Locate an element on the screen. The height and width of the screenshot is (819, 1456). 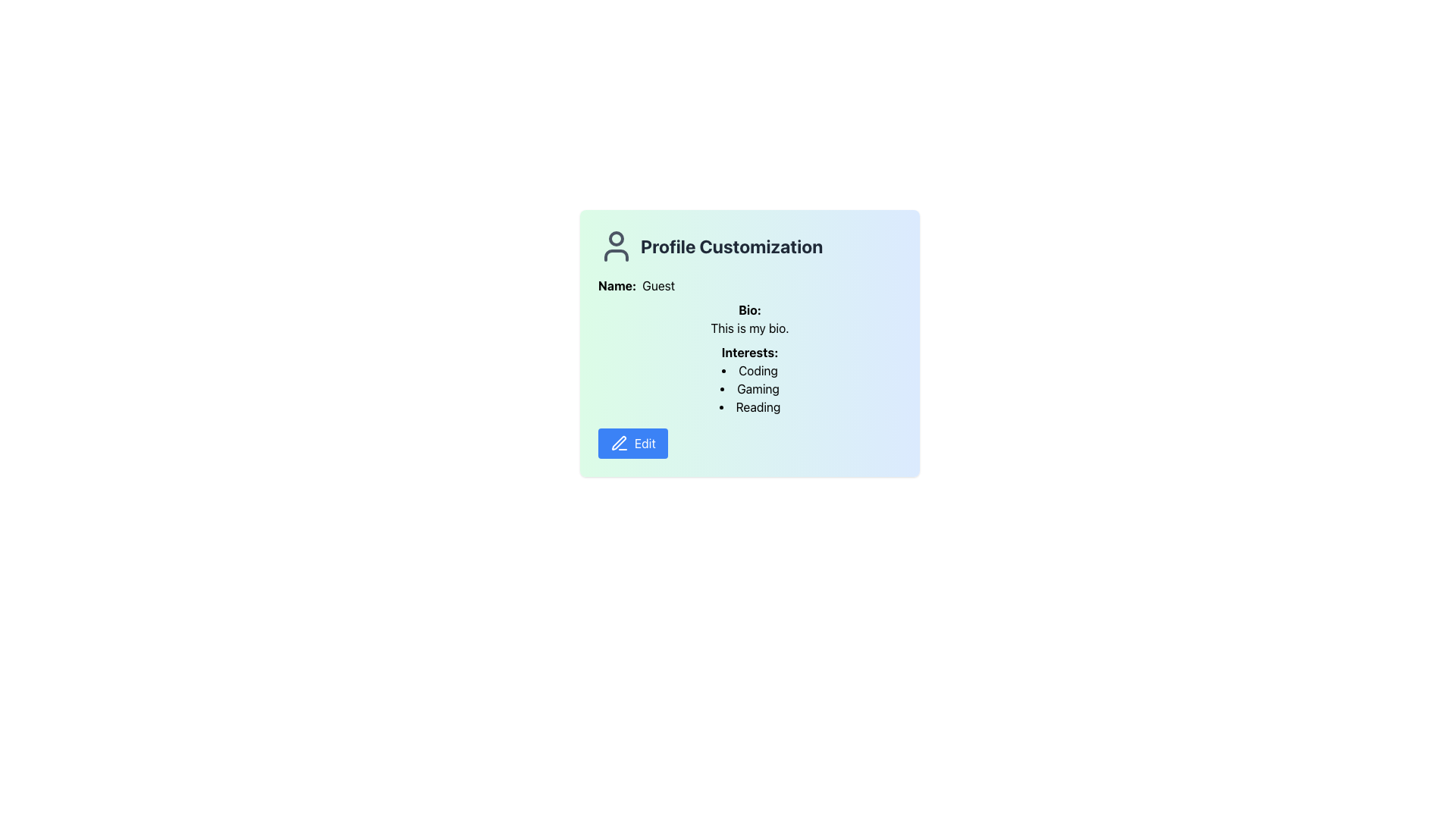
the text content displaying a list of interests in the user profile, which is located beneath the 'Bio' section is located at coordinates (749, 379).